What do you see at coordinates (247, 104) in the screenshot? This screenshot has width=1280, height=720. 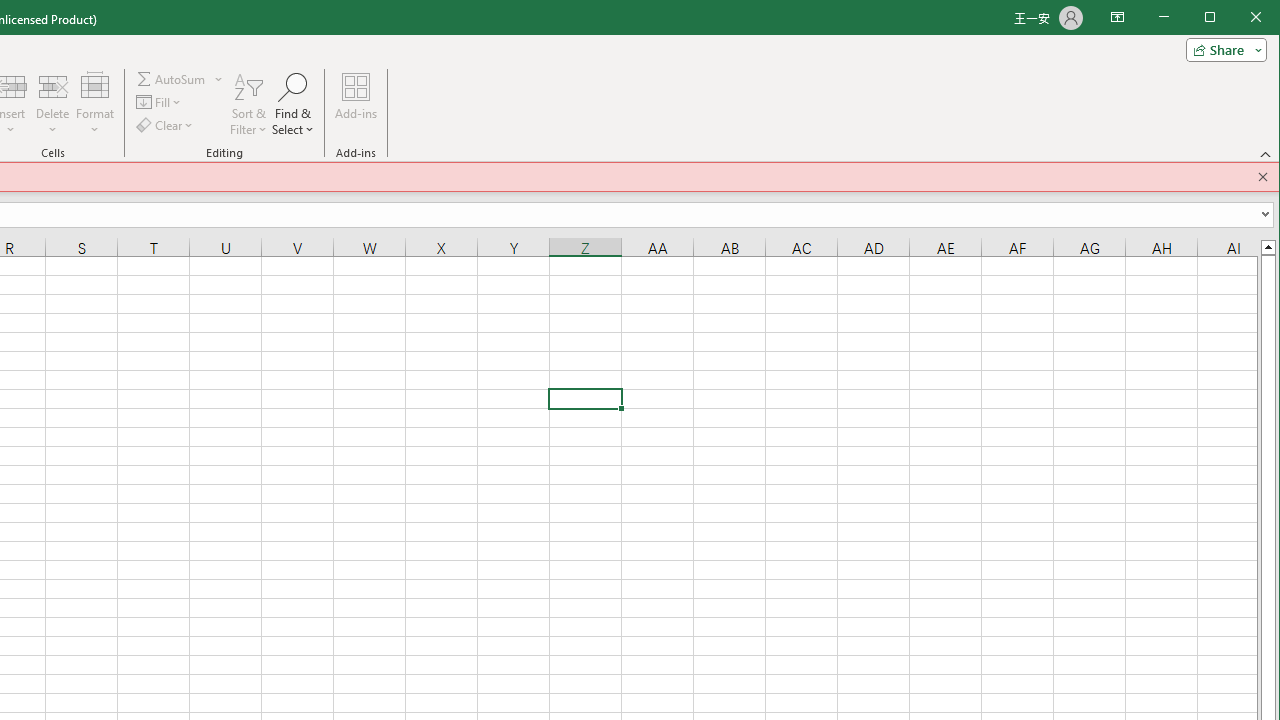 I see `'Sort & Filter'` at bounding box center [247, 104].